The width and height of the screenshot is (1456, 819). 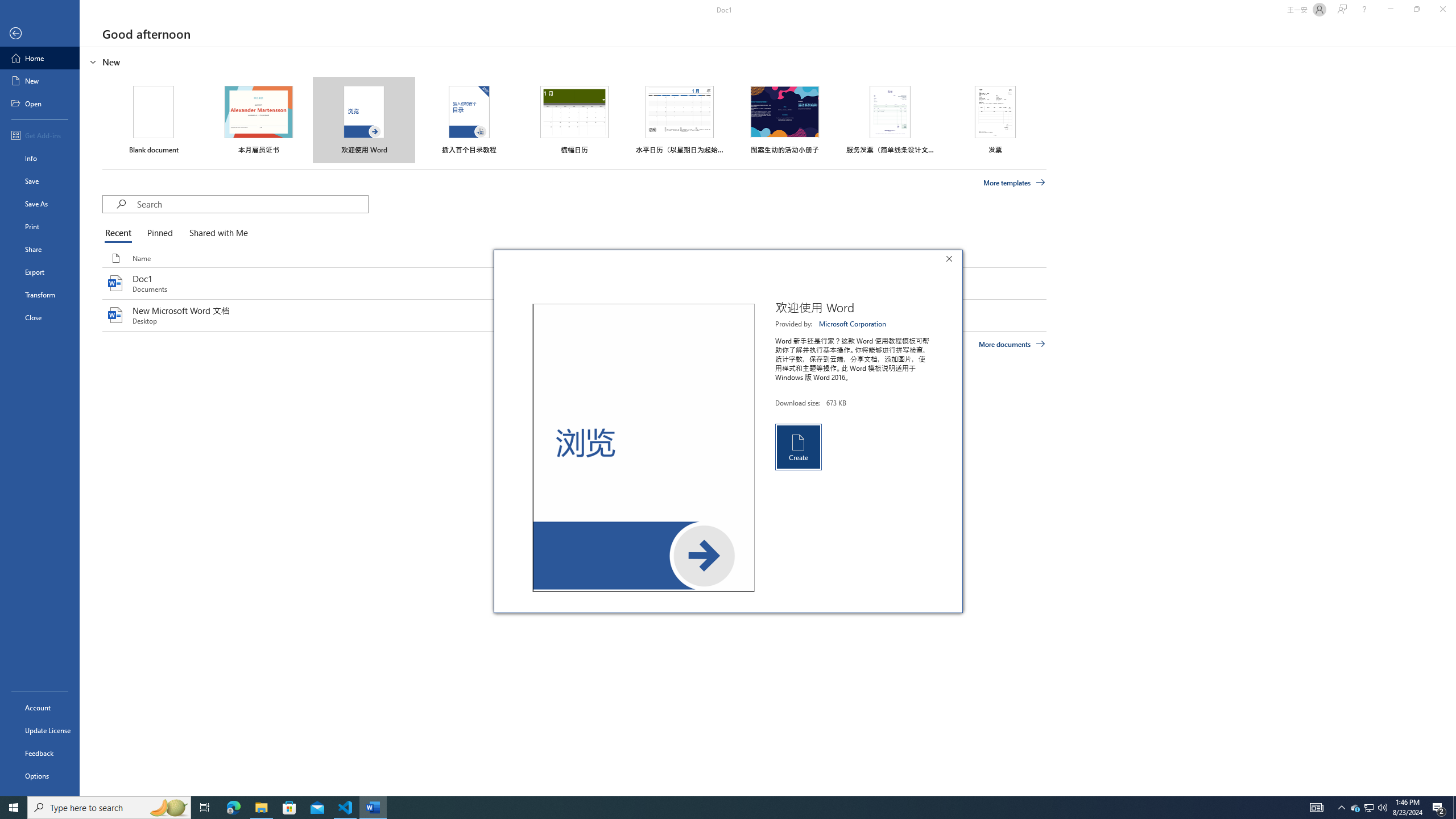 What do you see at coordinates (39, 753) in the screenshot?
I see `'Feedback'` at bounding box center [39, 753].